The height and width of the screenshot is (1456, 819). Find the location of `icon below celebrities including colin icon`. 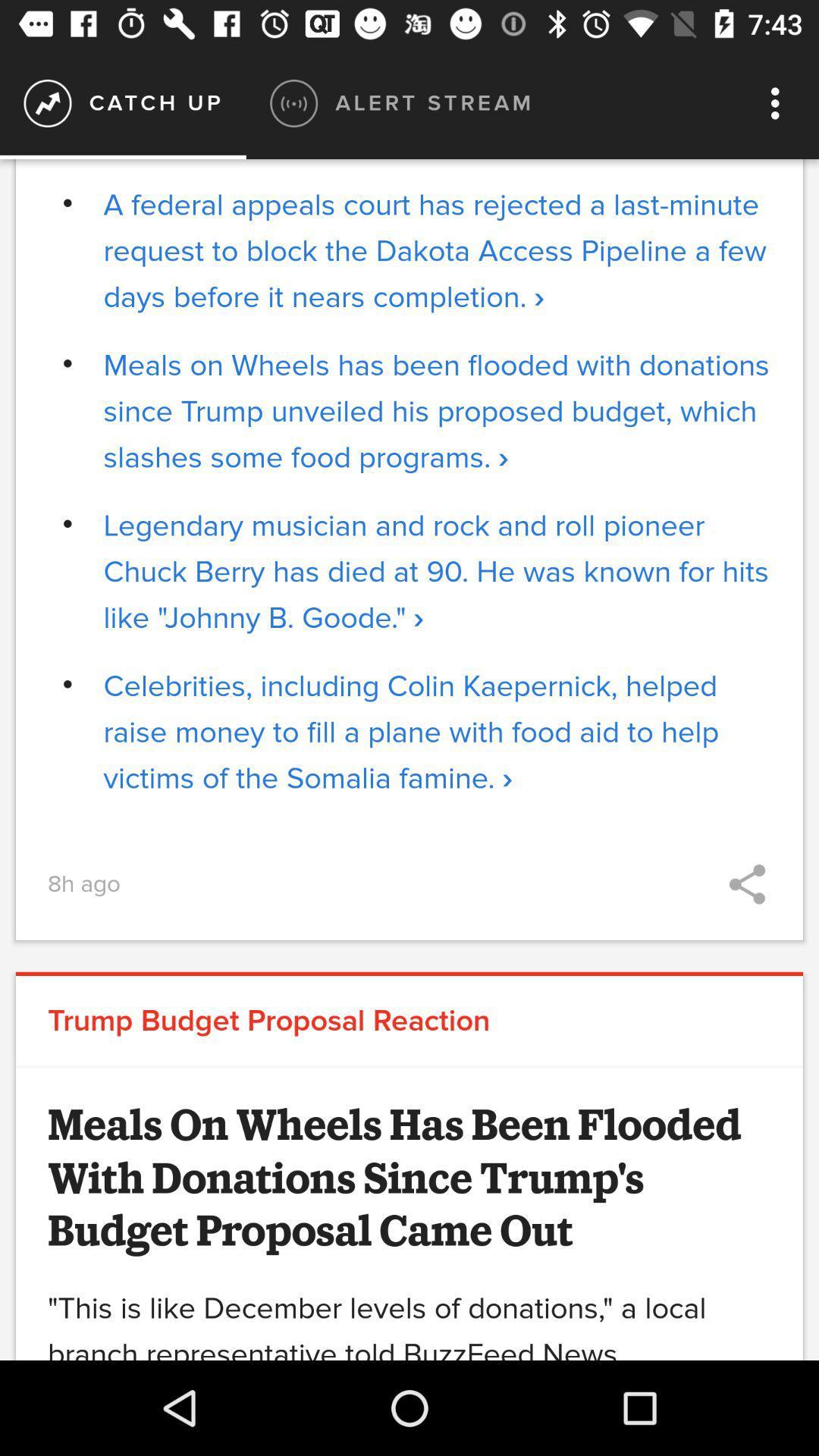

icon below celebrities including colin icon is located at coordinates (746, 884).